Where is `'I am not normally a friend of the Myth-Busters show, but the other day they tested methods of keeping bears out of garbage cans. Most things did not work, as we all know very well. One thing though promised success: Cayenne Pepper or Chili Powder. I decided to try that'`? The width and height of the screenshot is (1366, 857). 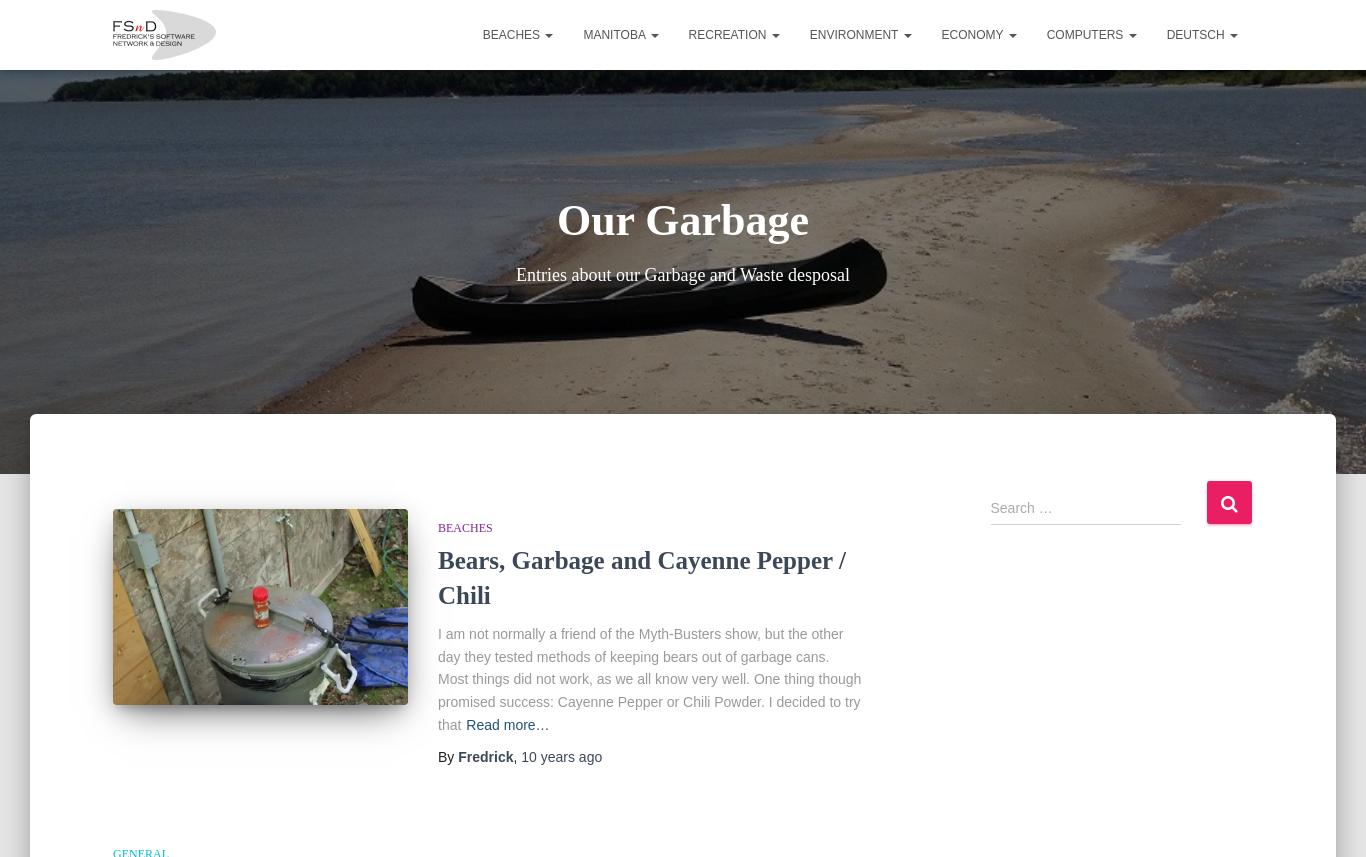 'I am not normally a friend of the Myth-Busters show, but the other day they tested methods of keeping bears out of garbage cans. Most things did not work, as we all know very well. One thing though promised success: Cayenne Pepper or Chili Powder. I decided to try that' is located at coordinates (648, 678).